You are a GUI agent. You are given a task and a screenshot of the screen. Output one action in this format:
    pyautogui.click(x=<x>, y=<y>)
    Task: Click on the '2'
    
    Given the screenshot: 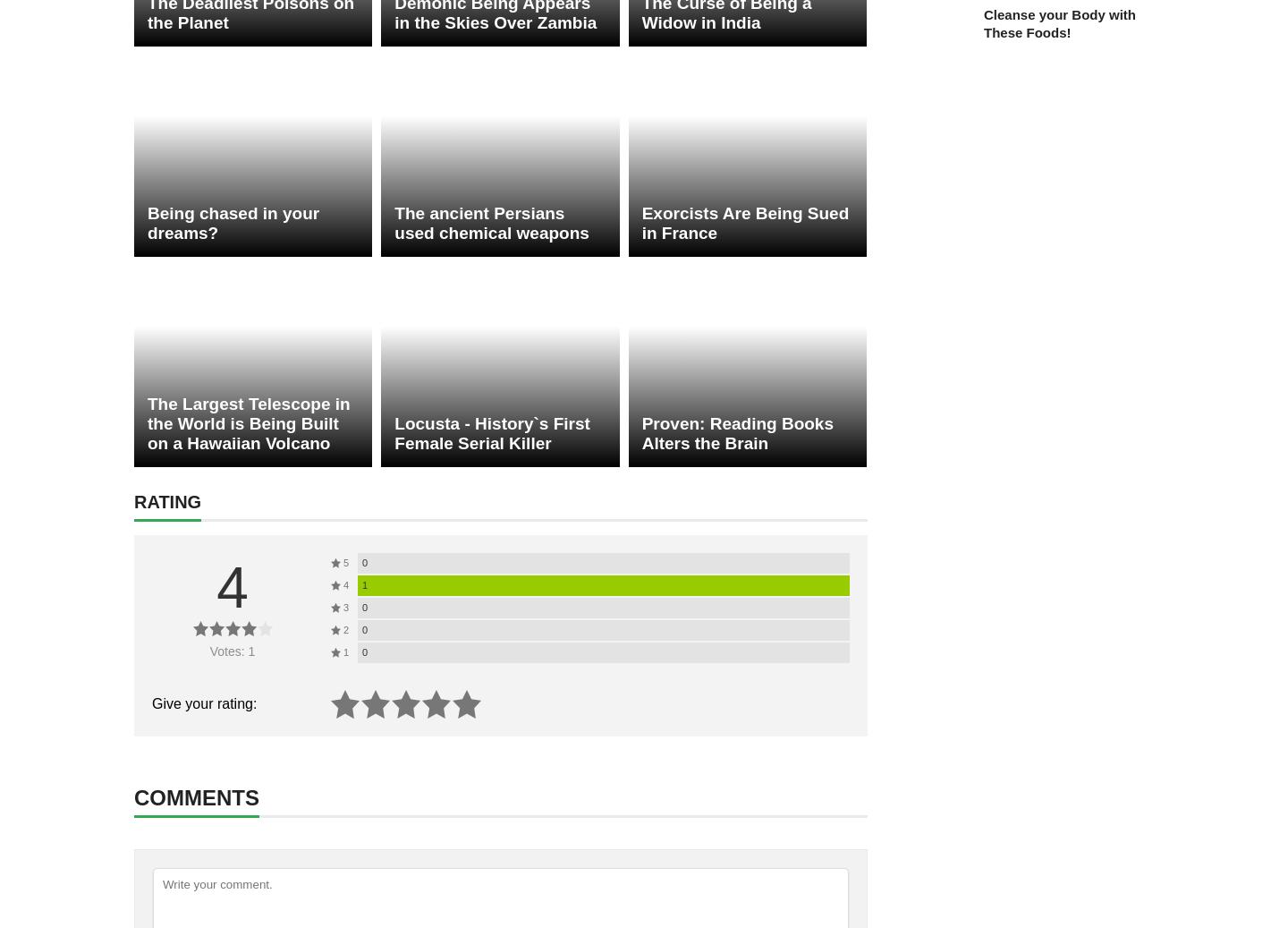 What is the action you would take?
    pyautogui.click(x=344, y=630)
    